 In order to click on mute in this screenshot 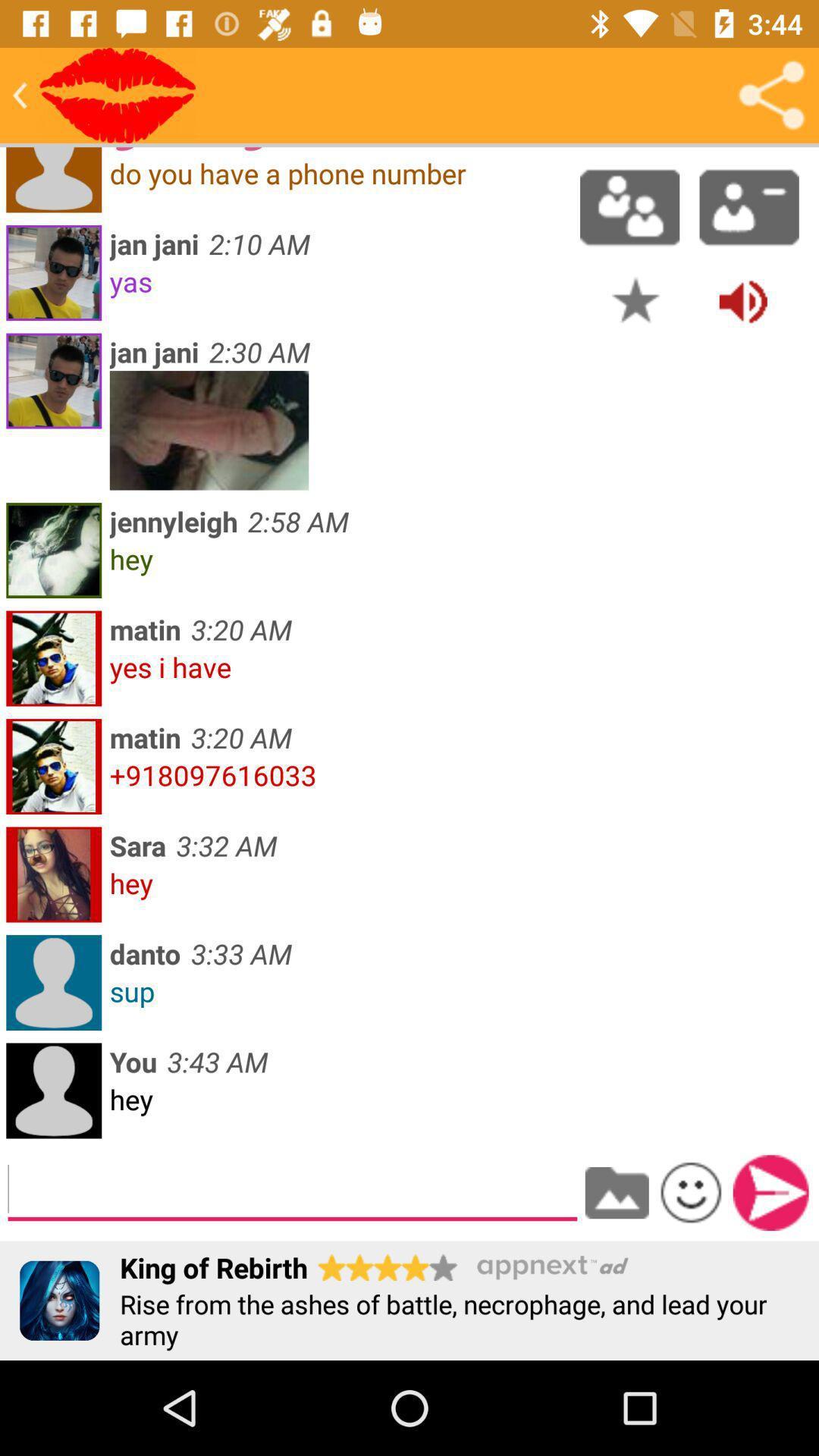, I will do `click(742, 300)`.